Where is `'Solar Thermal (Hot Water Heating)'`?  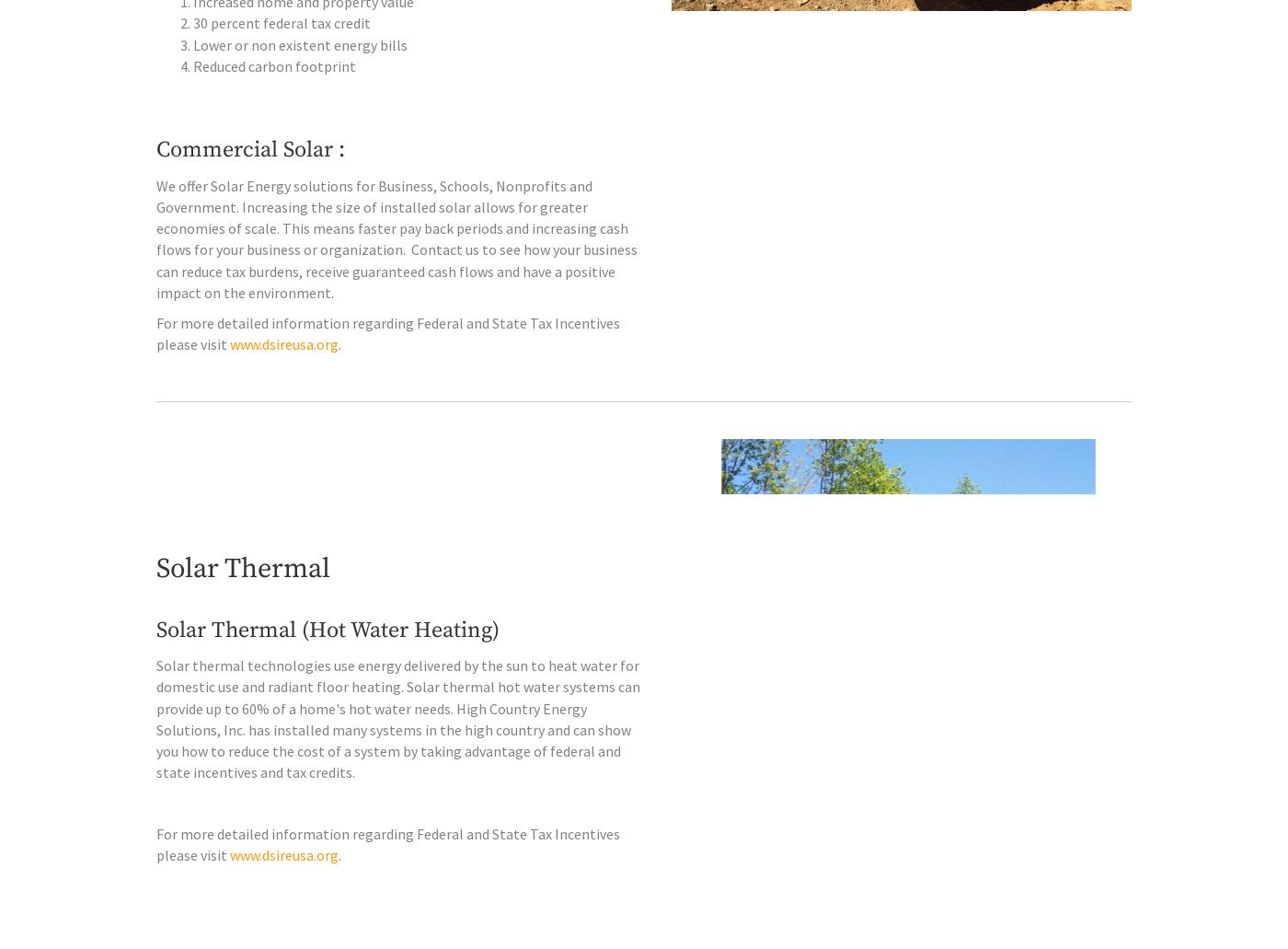 'Solar Thermal (Hot Water Heating)' is located at coordinates (328, 667).